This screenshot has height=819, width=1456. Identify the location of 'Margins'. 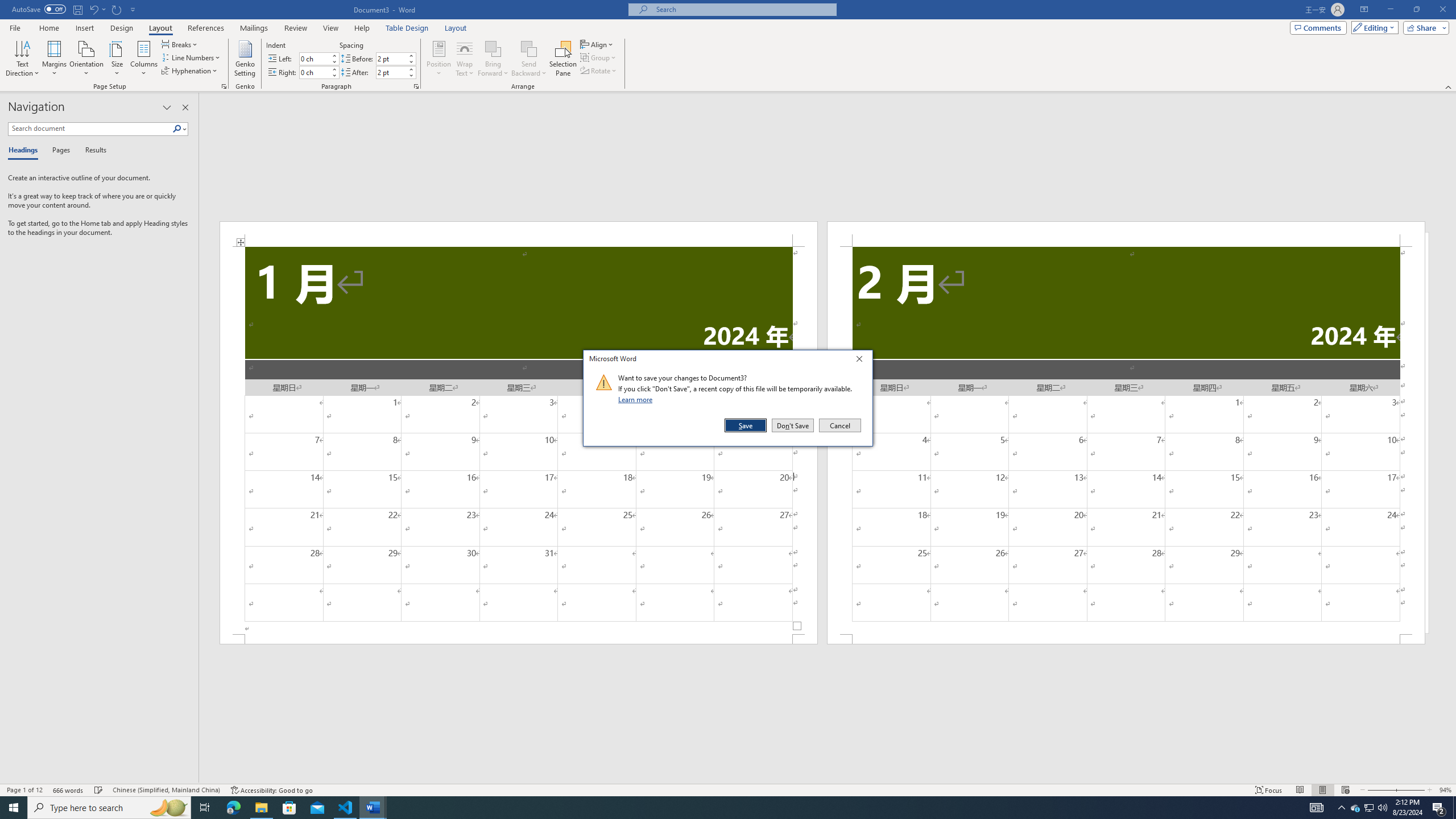
(54, 59).